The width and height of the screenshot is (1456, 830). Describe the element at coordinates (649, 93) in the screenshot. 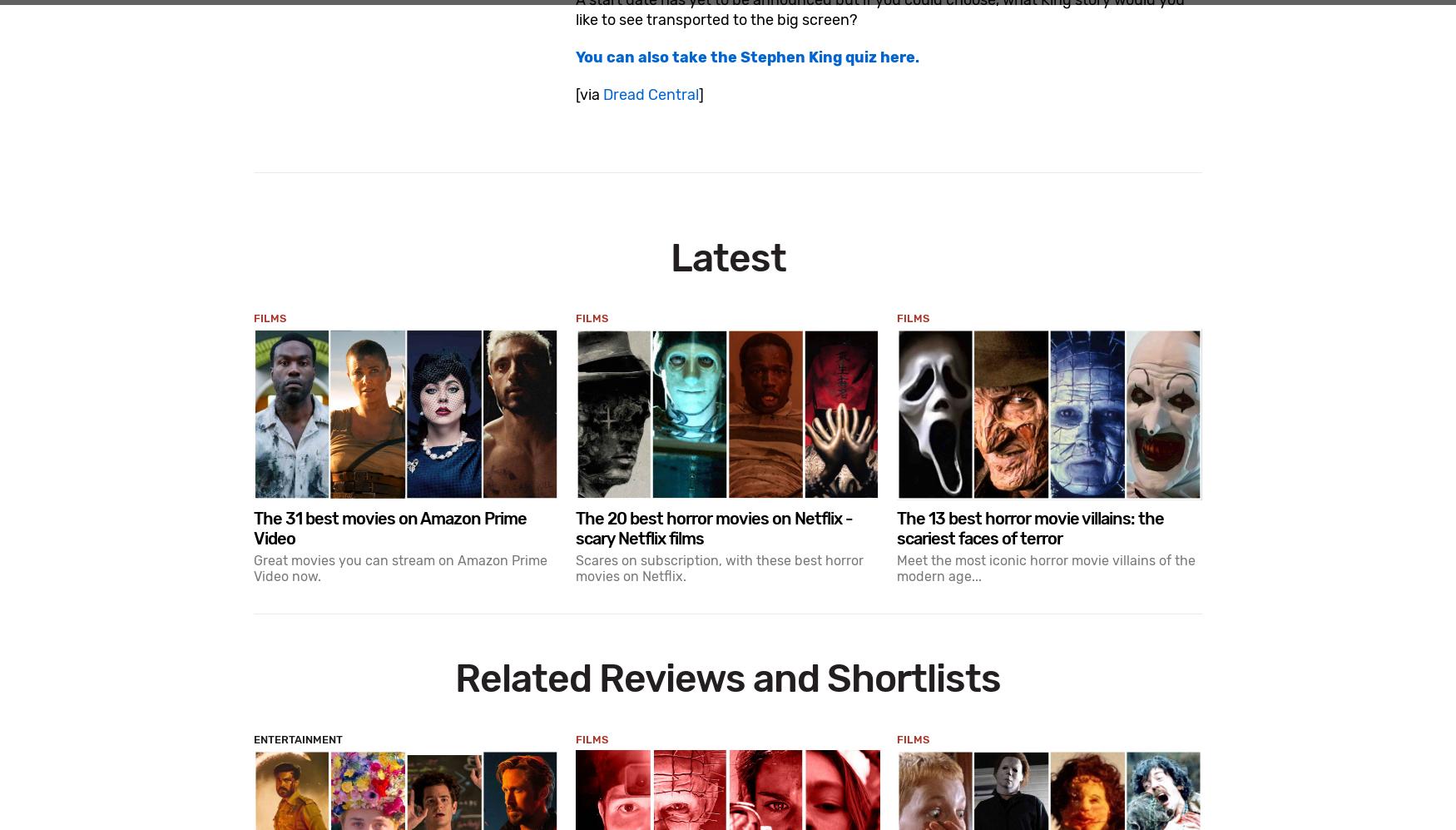

I see `'Dread Central'` at that location.